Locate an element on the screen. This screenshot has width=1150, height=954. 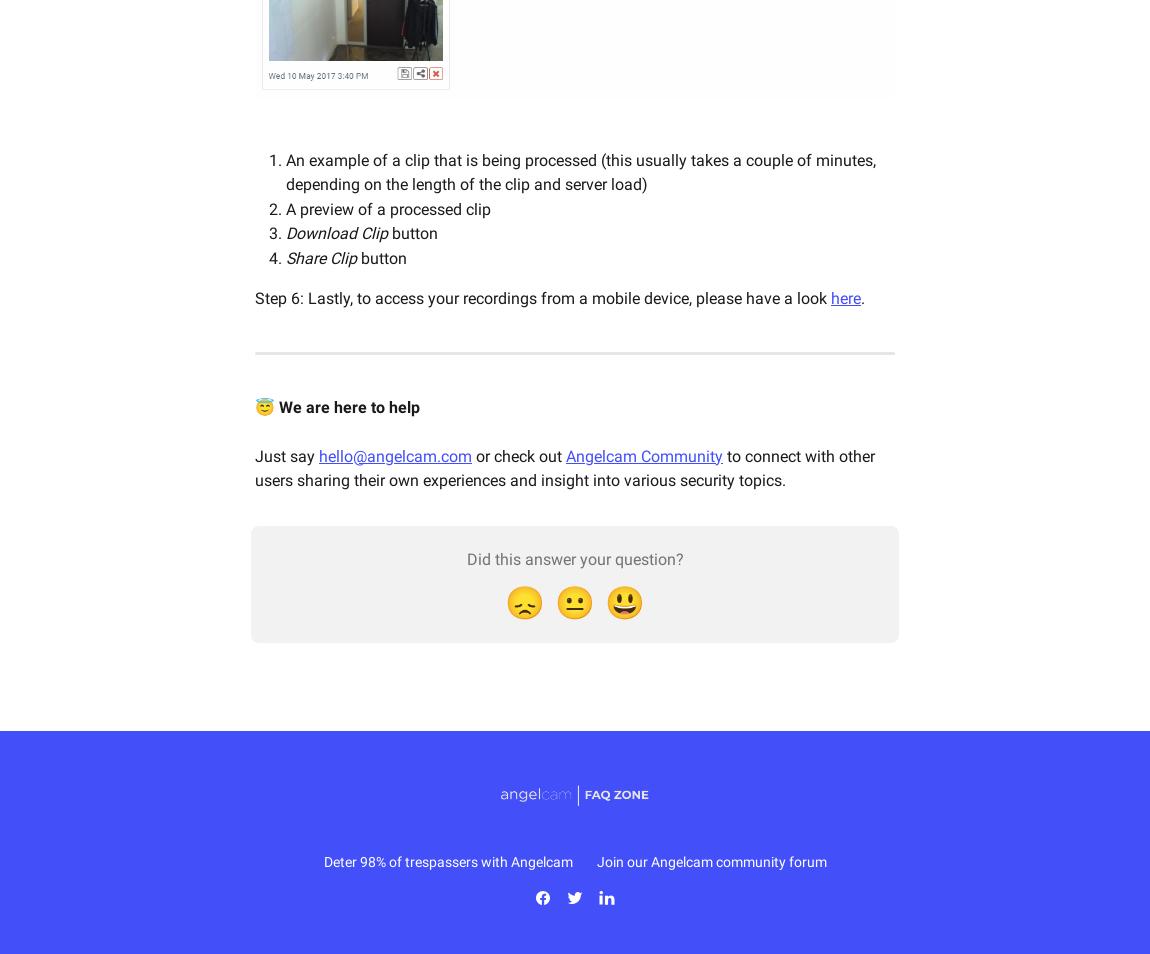
'A preview of a processed clip' is located at coordinates (285, 207).